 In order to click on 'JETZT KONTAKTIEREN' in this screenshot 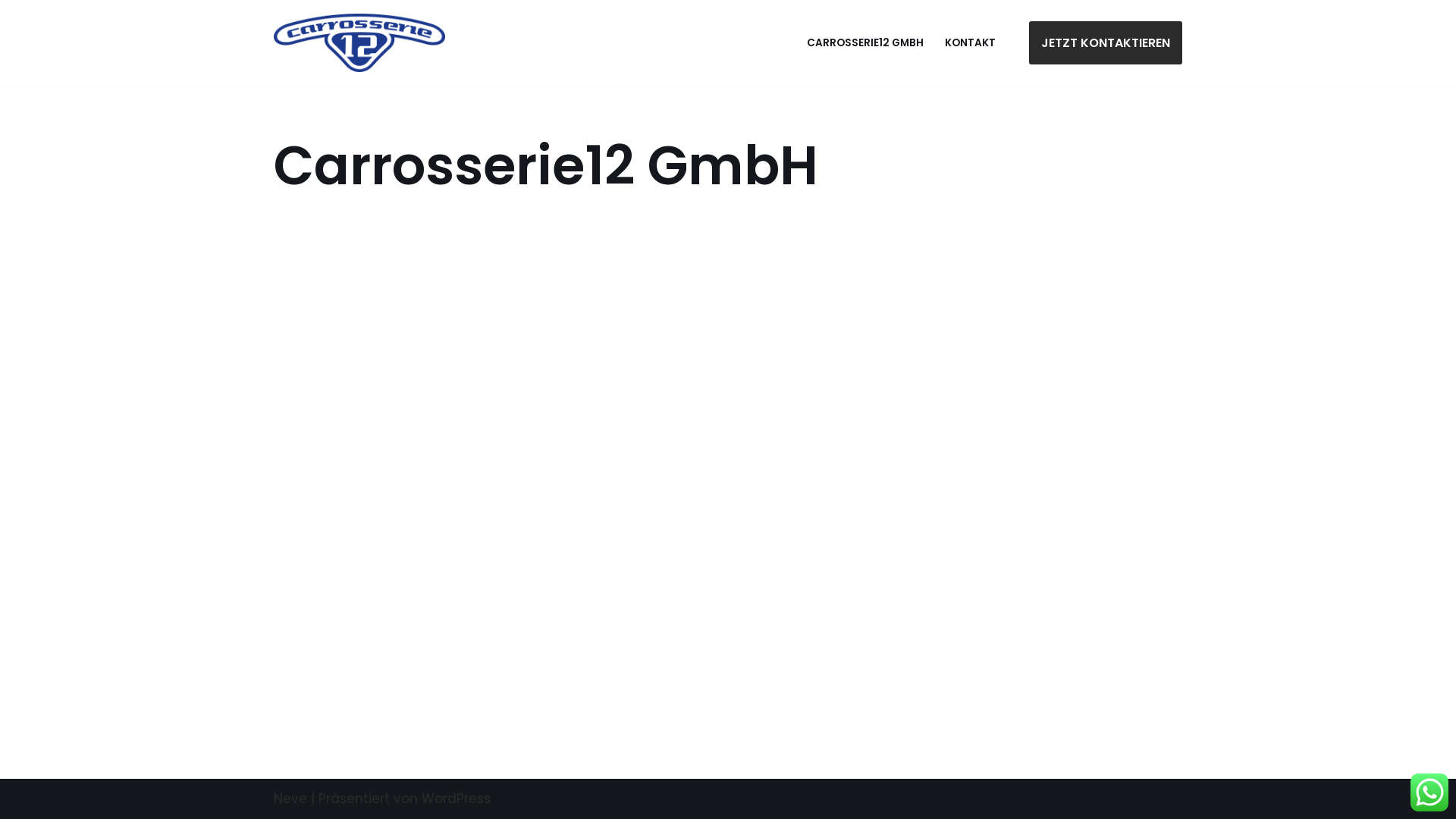, I will do `click(1029, 42)`.